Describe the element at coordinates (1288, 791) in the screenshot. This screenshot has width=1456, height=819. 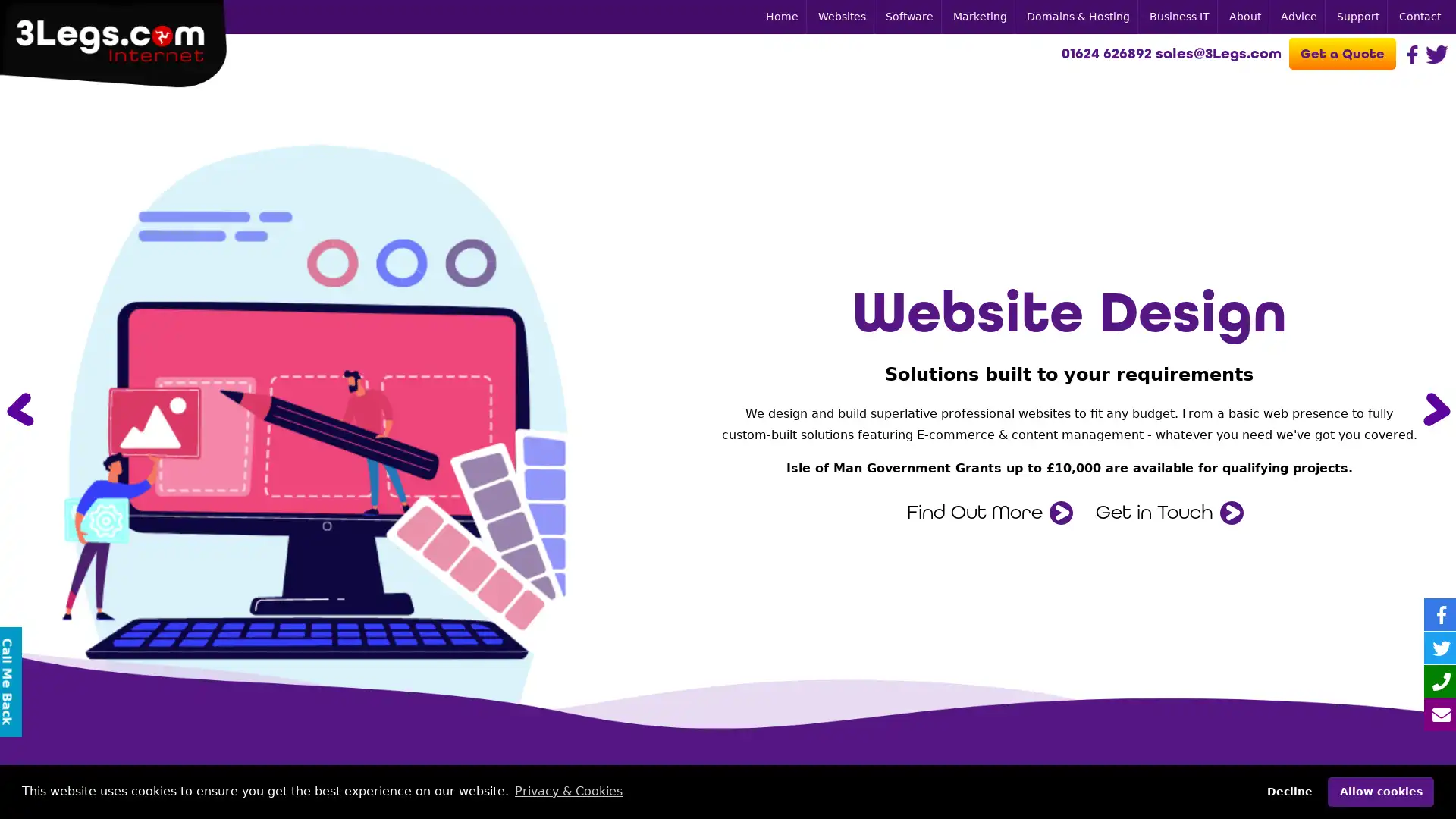
I see `deny cookies` at that location.